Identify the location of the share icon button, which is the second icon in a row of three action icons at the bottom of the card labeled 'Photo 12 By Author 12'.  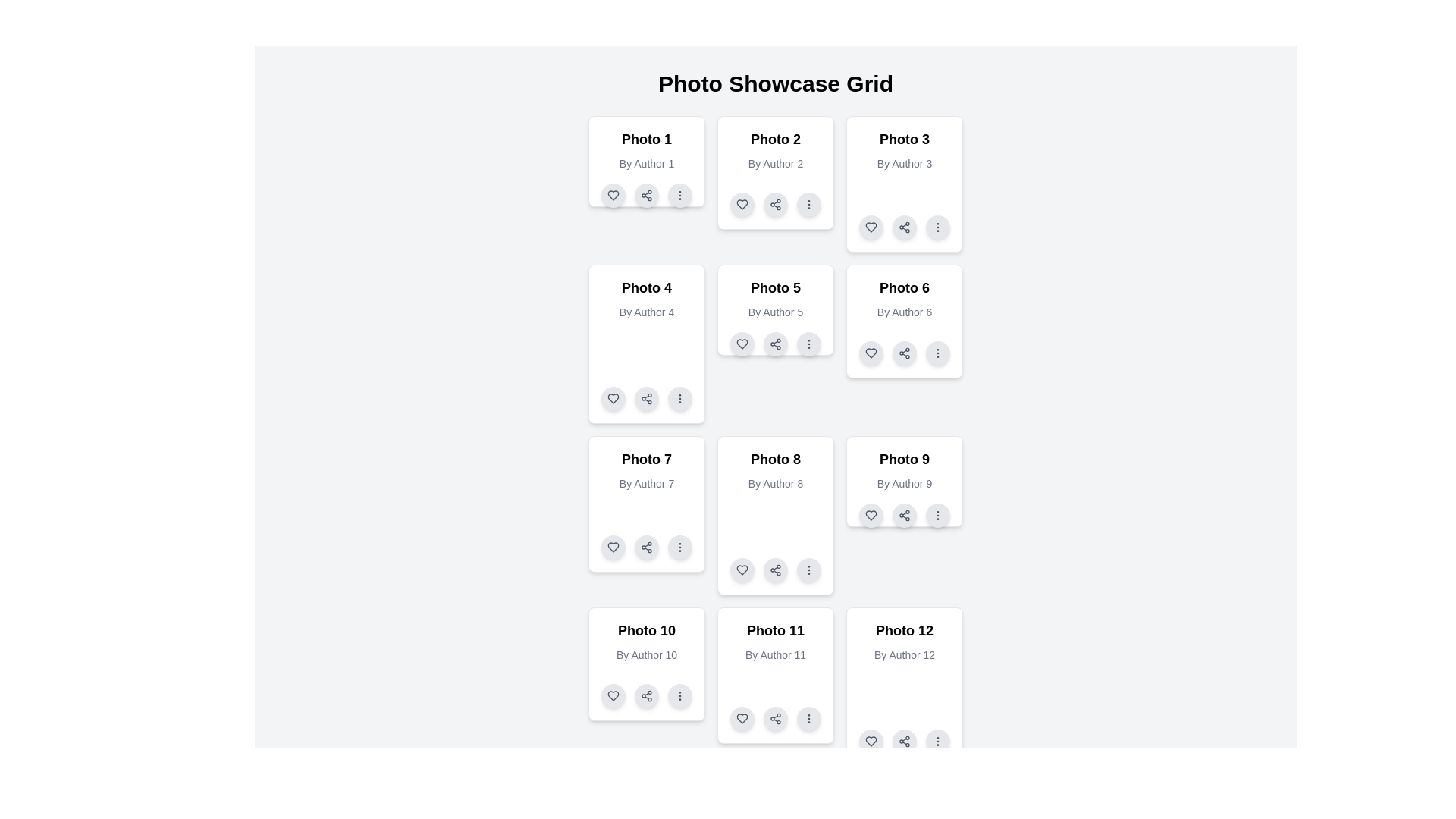
(905, 741).